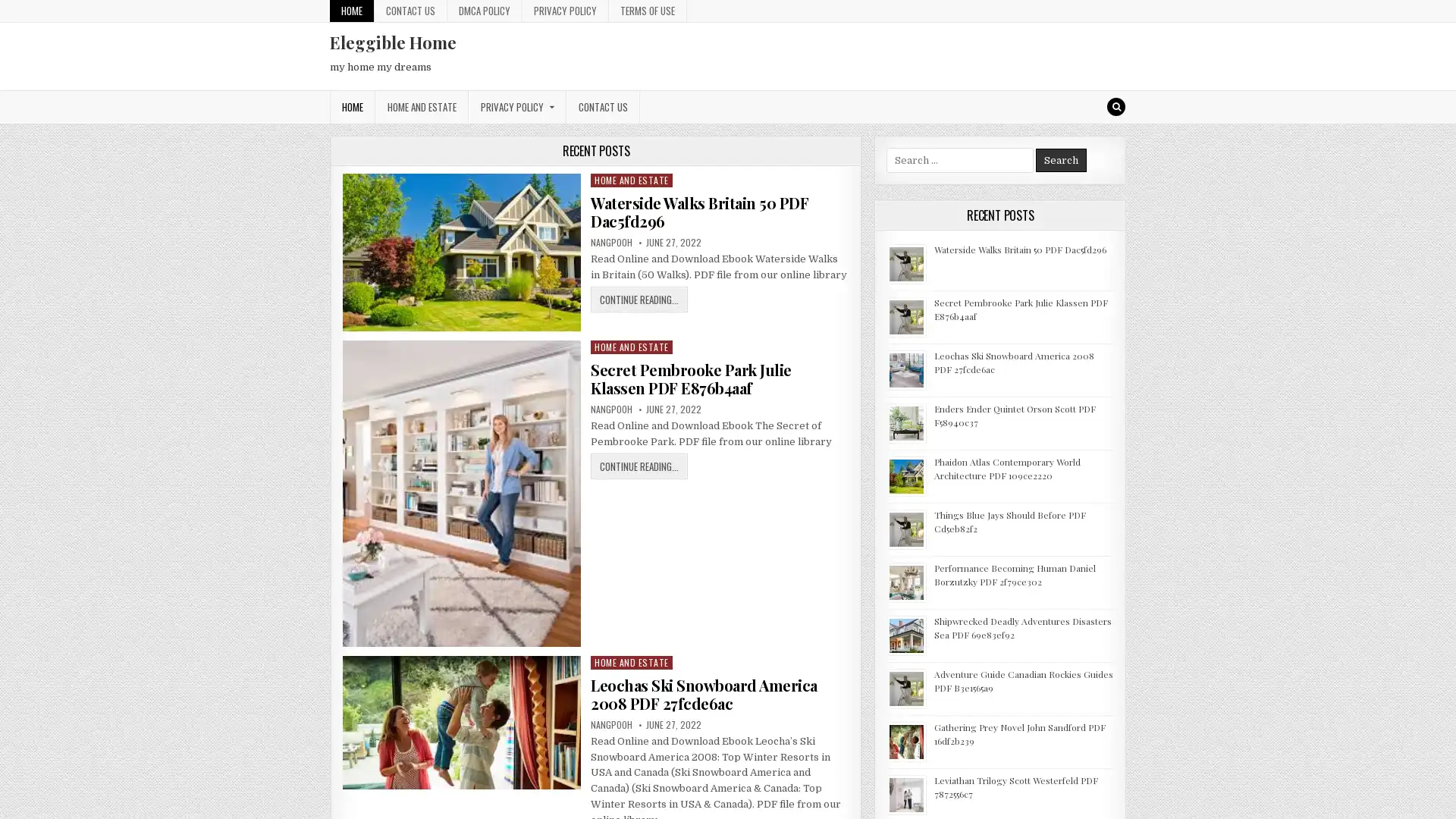 Image resolution: width=1456 pixels, height=819 pixels. What do you see at coordinates (1060, 160) in the screenshot?
I see `Search` at bounding box center [1060, 160].